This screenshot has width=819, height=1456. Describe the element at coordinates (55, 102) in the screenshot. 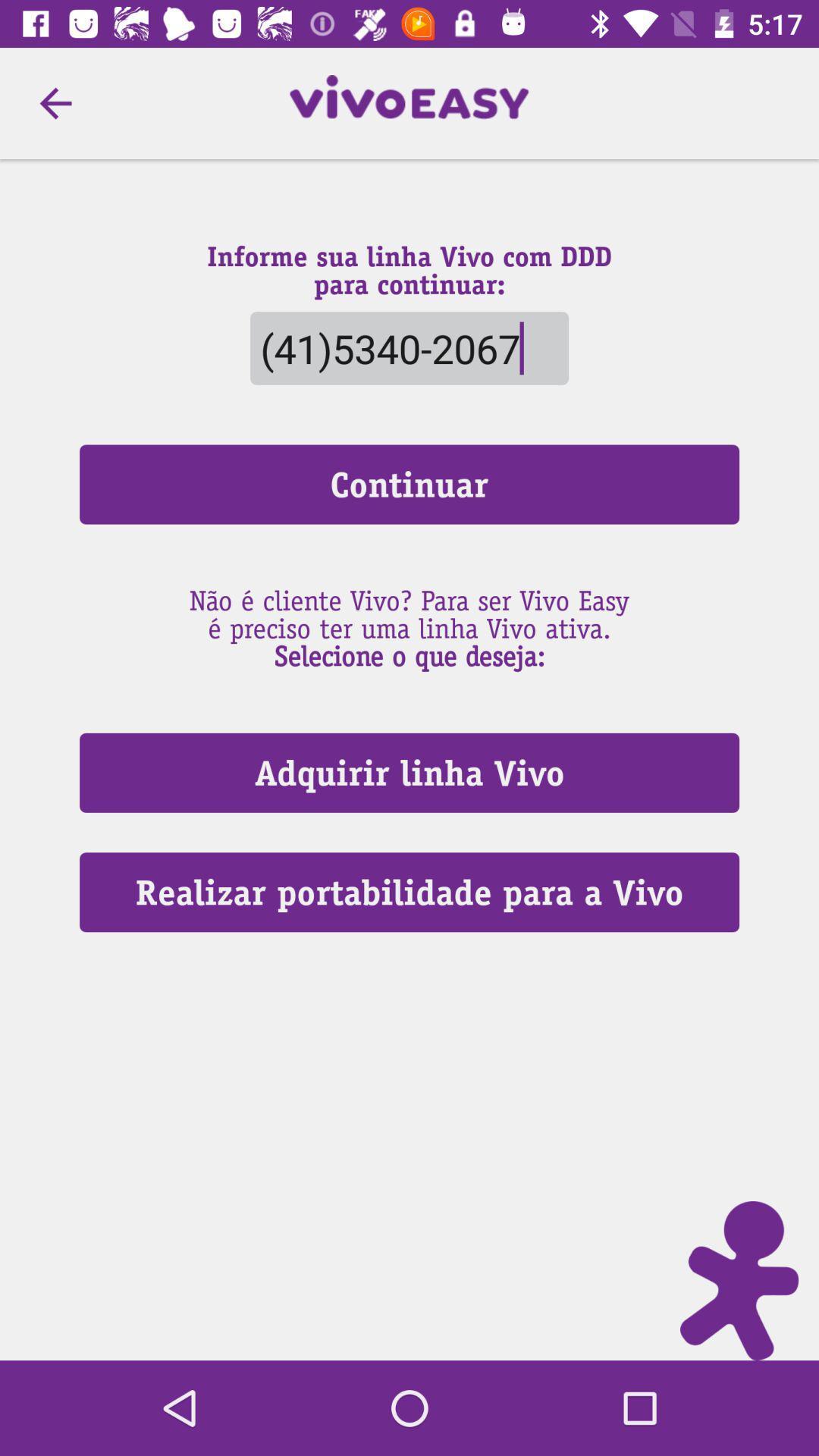

I see `the icon at the top left corner` at that location.